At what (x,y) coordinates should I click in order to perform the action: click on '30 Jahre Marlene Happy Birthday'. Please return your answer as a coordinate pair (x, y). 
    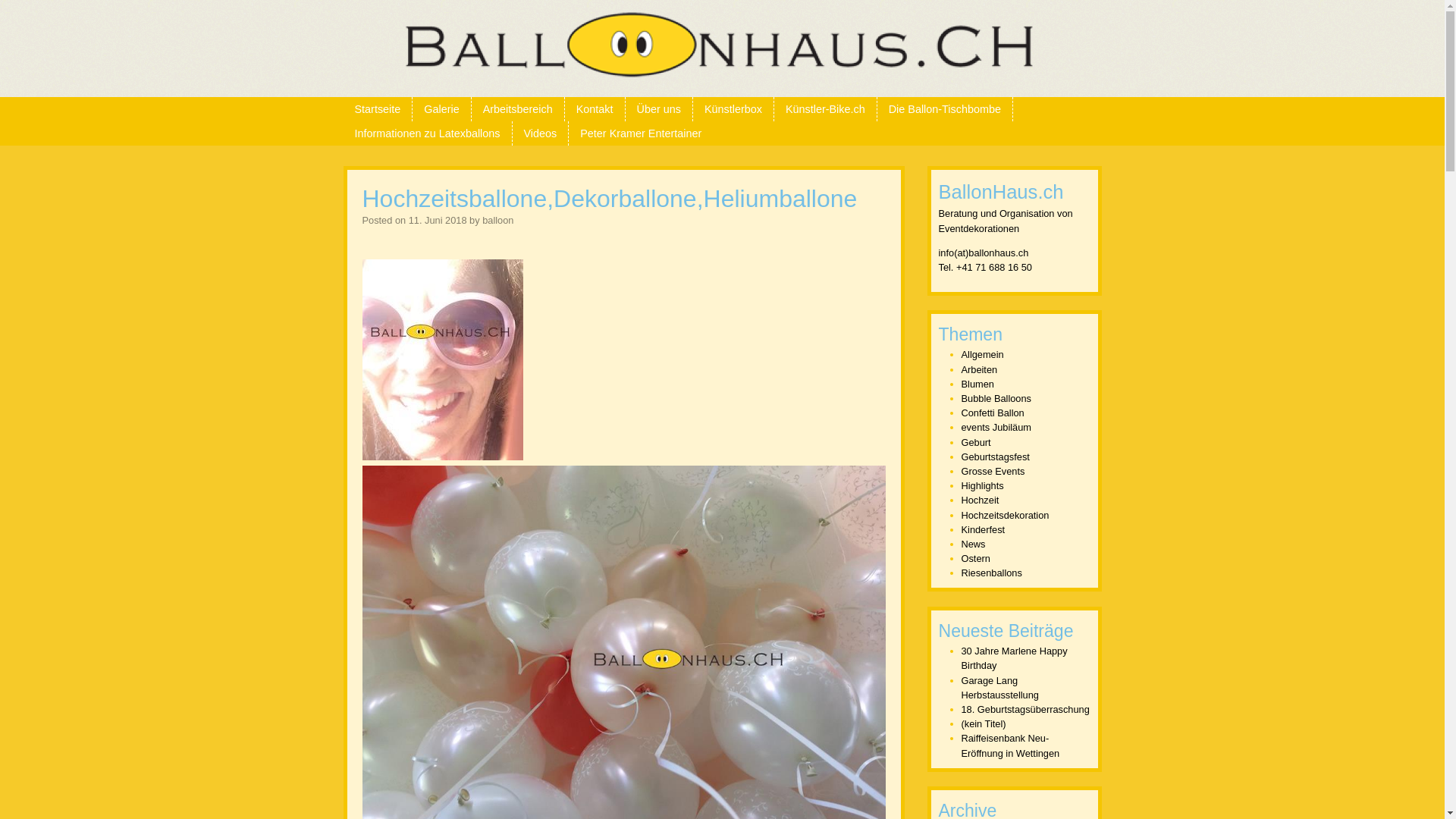
    Looking at the image, I should click on (1015, 657).